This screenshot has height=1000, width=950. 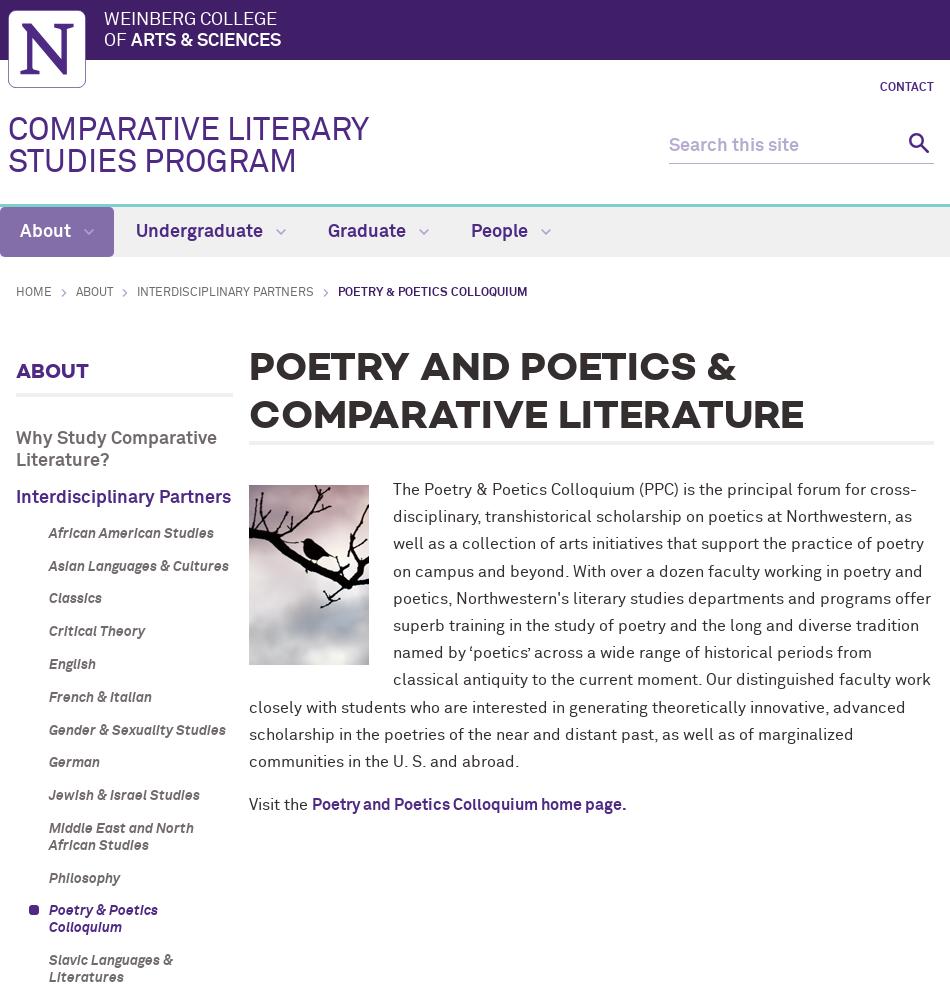 What do you see at coordinates (525, 393) in the screenshot?
I see `'Poetry and Poetics & Comparative Literature'` at bounding box center [525, 393].